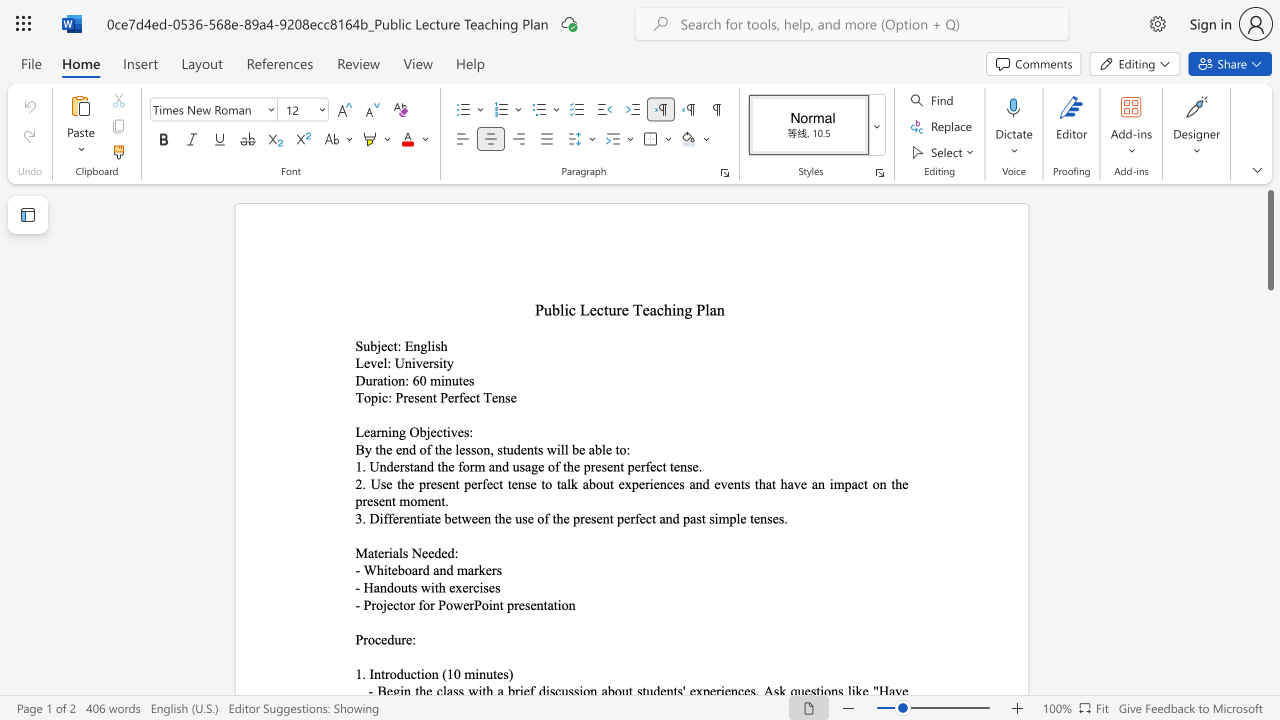 The width and height of the screenshot is (1280, 720). What do you see at coordinates (401, 553) in the screenshot?
I see `the subset text "s Needed:" within the text "Materials Needed:"` at bounding box center [401, 553].